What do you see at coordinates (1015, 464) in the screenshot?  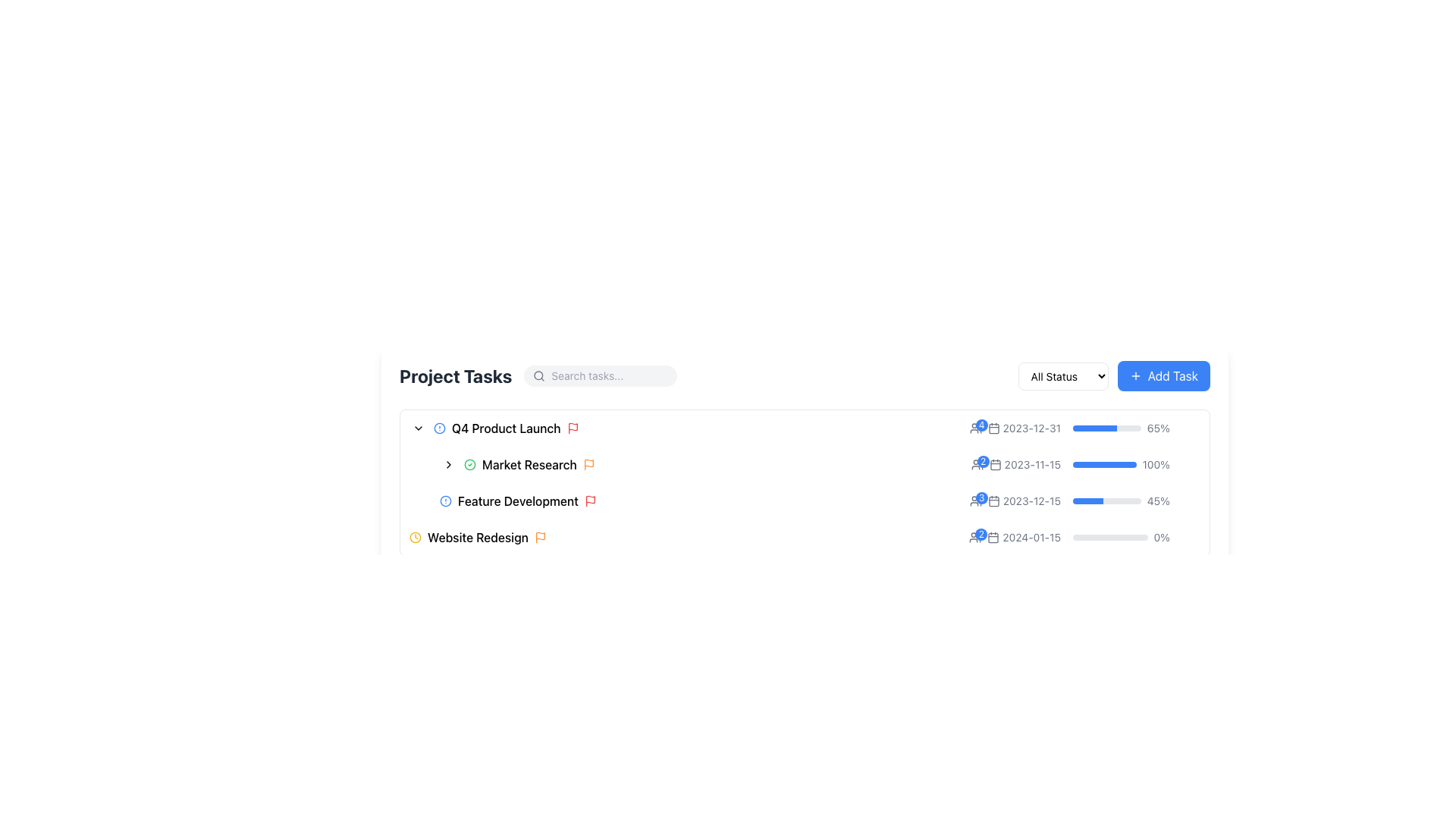 I see `the text element displaying the date '2023-11-15' and its adjacent elements in the task list for 'Market Research'` at bounding box center [1015, 464].